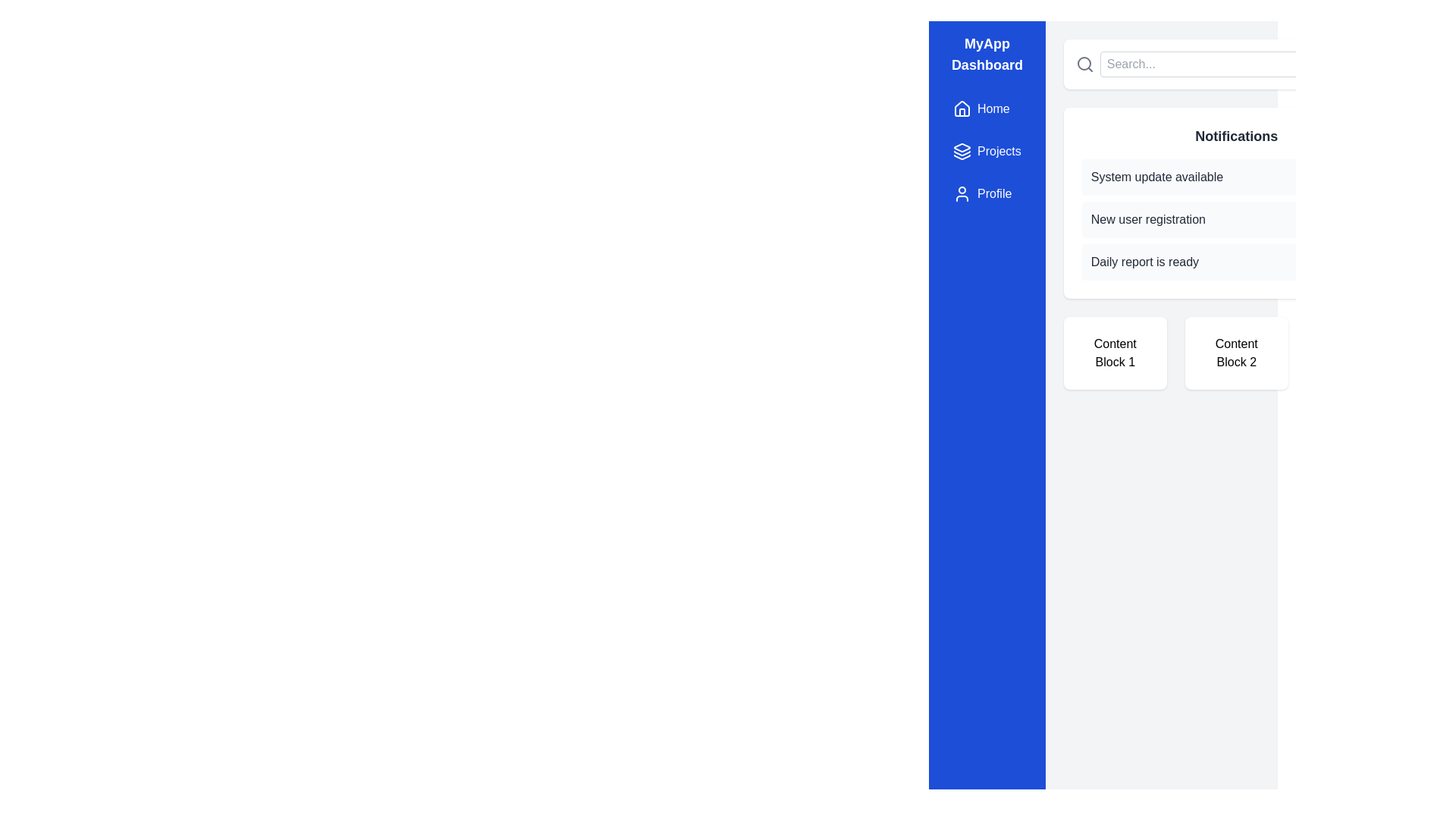 The height and width of the screenshot is (819, 1456). Describe the element at coordinates (1236, 353) in the screenshot. I see `the 'Content Block 2' card element to focus it, which is positioned between 'Content Block 1' and 'Content Block 3' in the bottom-right section of the interface` at that location.